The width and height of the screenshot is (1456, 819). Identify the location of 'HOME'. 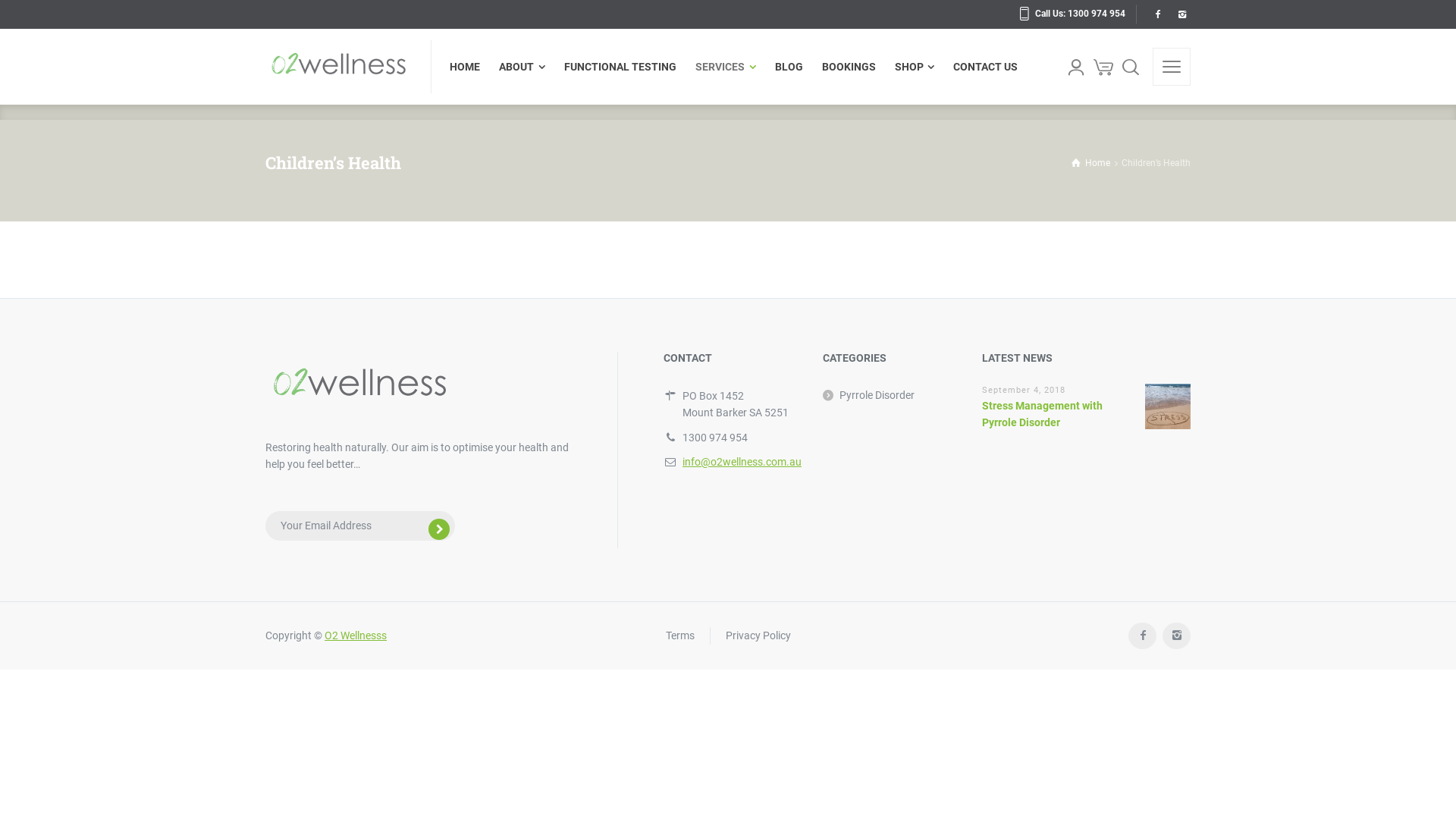
(469, 66).